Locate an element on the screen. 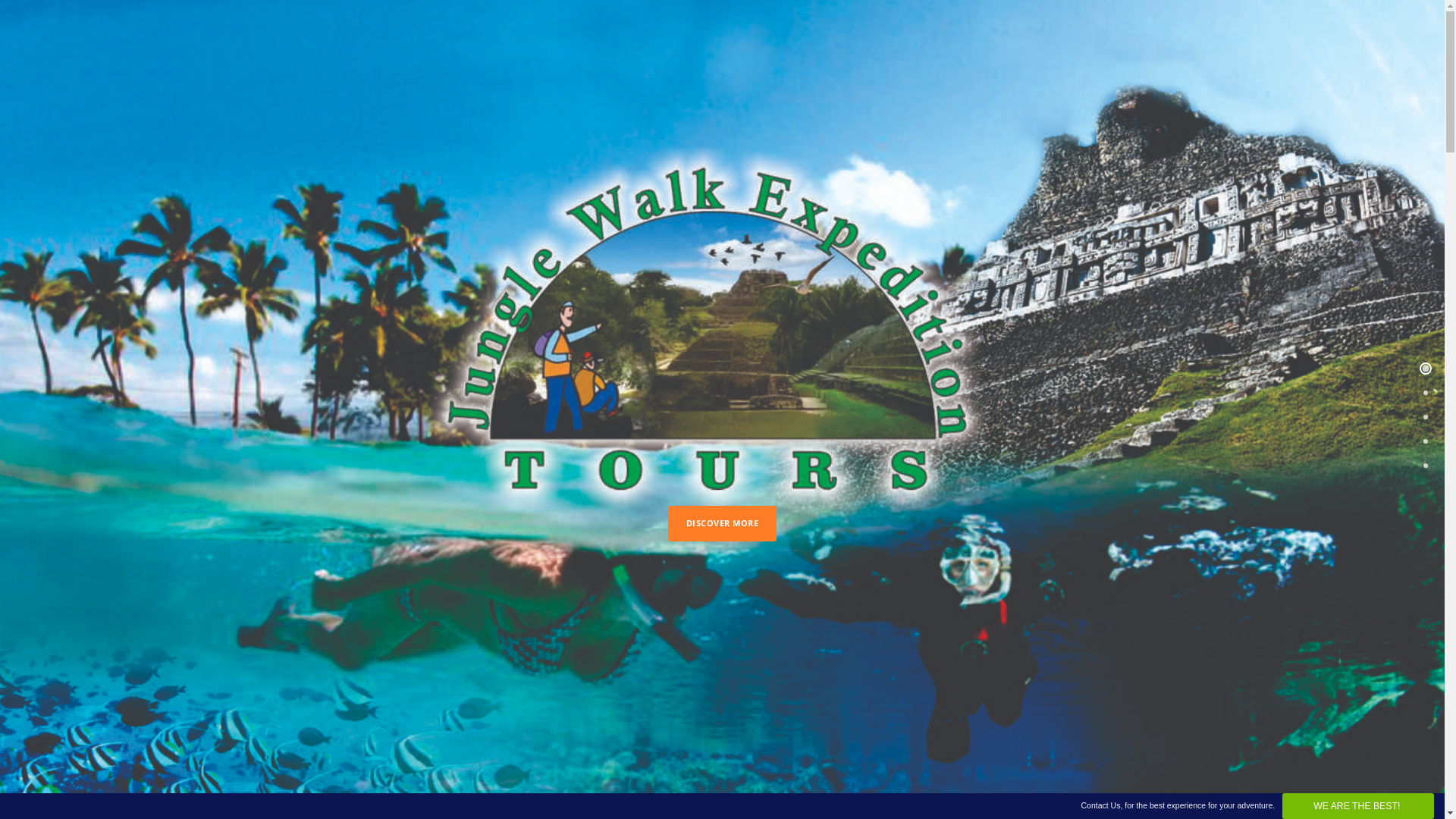 The height and width of the screenshot is (819, 1456). 'DISCOVER MORE' is located at coordinates (722, 522).